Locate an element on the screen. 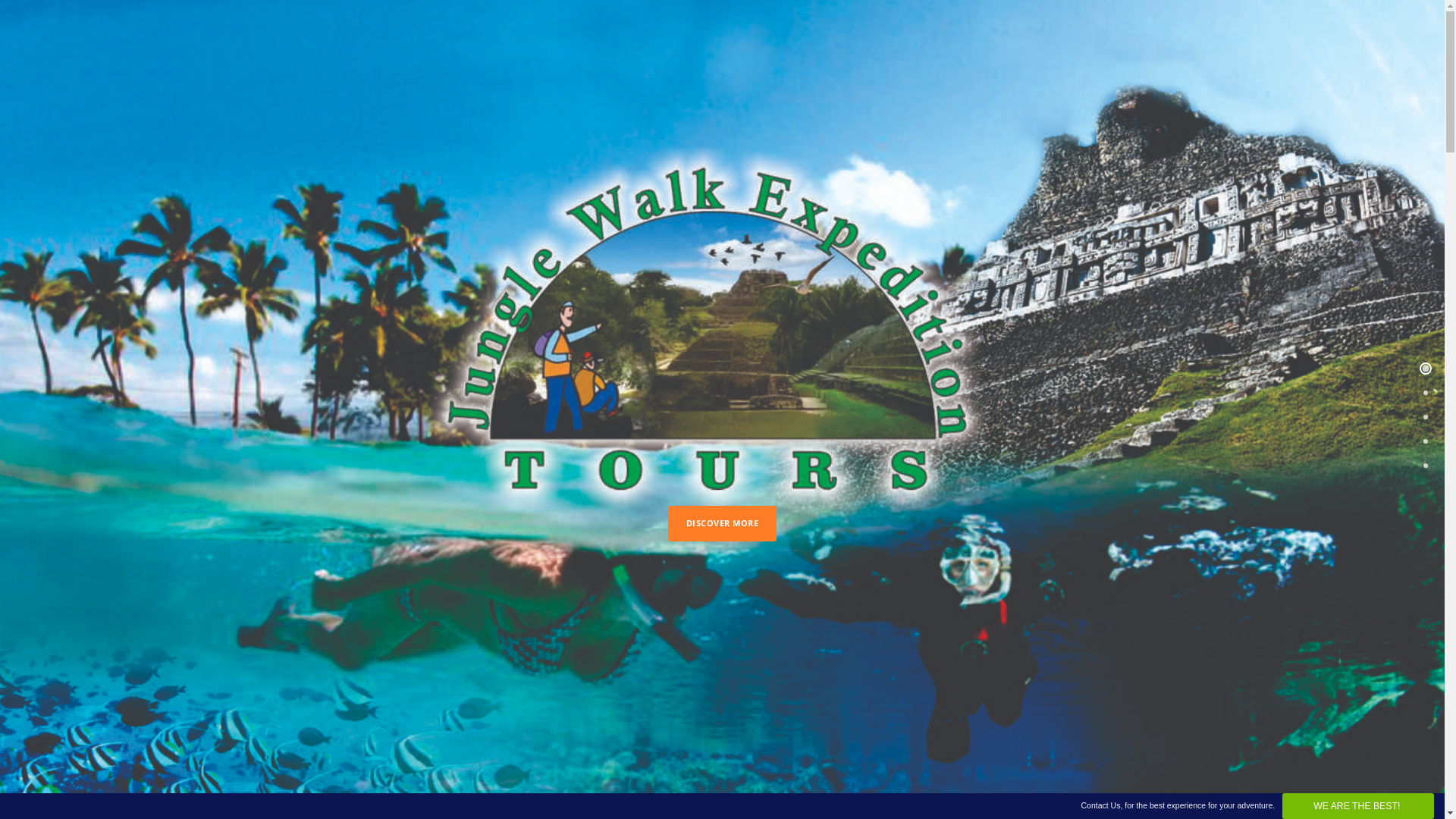 The height and width of the screenshot is (819, 1456). 'DISCOVER MORE' is located at coordinates (722, 522).